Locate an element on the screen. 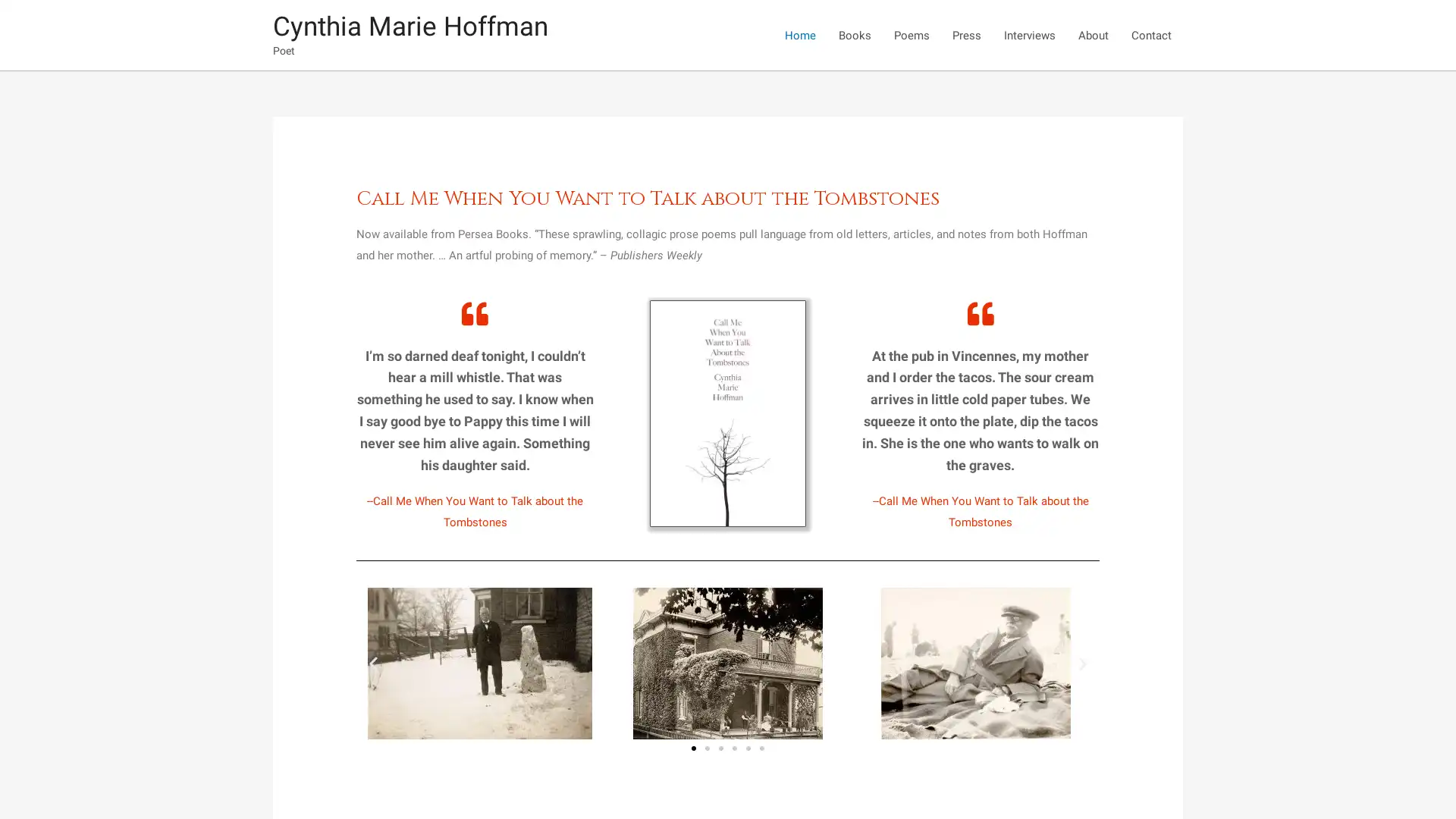 The image size is (1456, 819). Previous slide is located at coordinates (373, 662).